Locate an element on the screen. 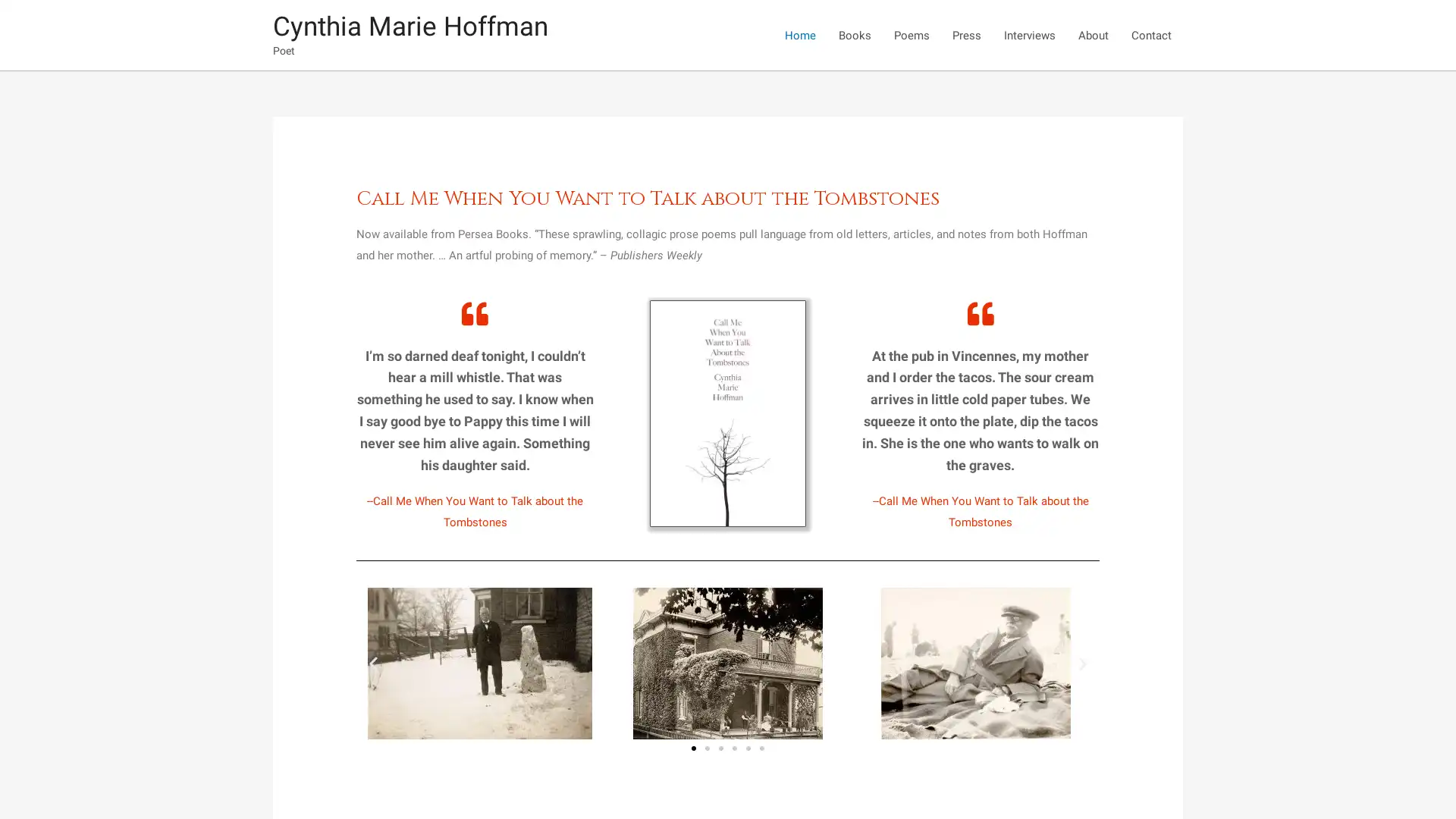 The image size is (1456, 819). Previous slide is located at coordinates (373, 662).